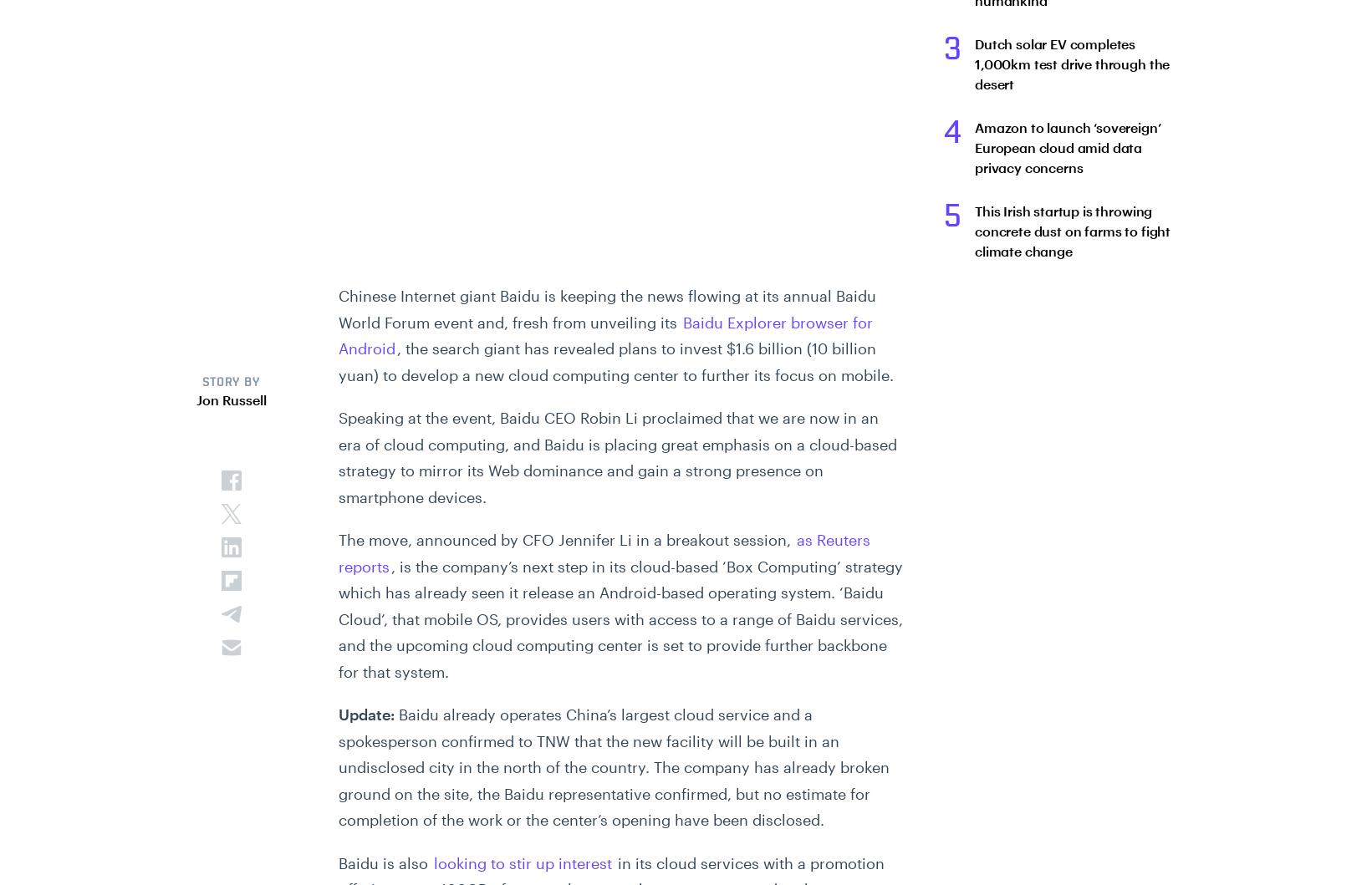 The image size is (1372, 885). Describe the element at coordinates (1070, 64) in the screenshot. I see `'Dutch solar EV completes 1,000km test drive through the desert'` at that location.